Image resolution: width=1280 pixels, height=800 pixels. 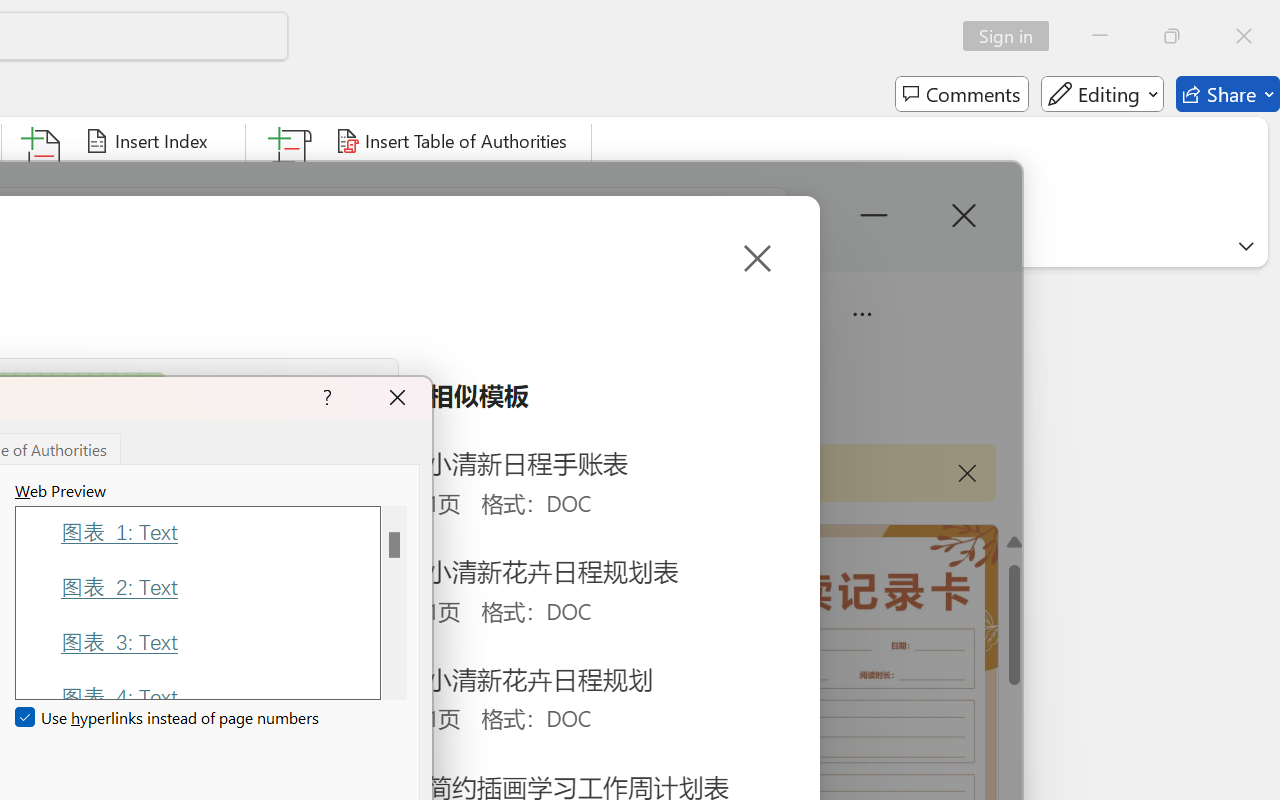 What do you see at coordinates (1101, 94) in the screenshot?
I see `'Editing'` at bounding box center [1101, 94].